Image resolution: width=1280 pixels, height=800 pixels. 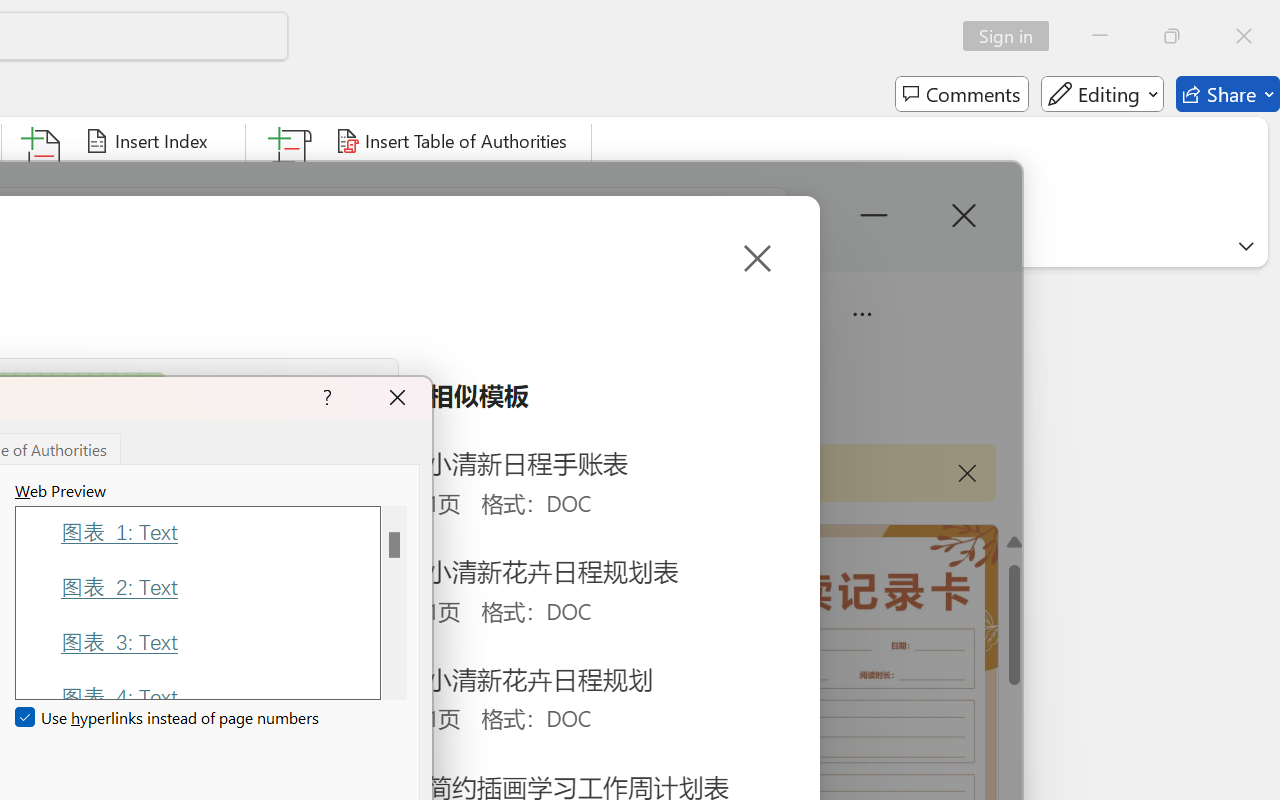 What do you see at coordinates (1101, 94) in the screenshot?
I see `'Editing'` at bounding box center [1101, 94].